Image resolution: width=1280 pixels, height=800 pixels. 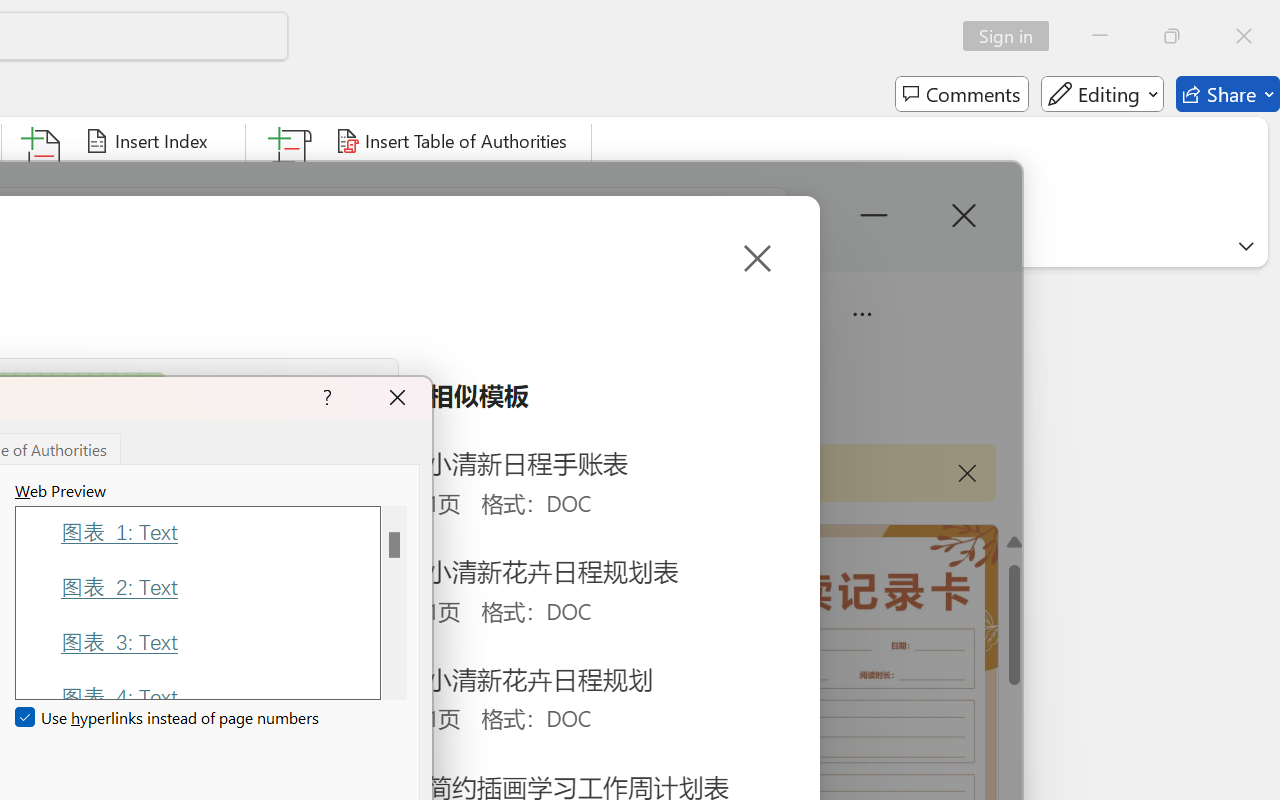 What do you see at coordinates (1101, 94) in the screenshot?
I see `'Editing'` at bounding box center [1101, 94].